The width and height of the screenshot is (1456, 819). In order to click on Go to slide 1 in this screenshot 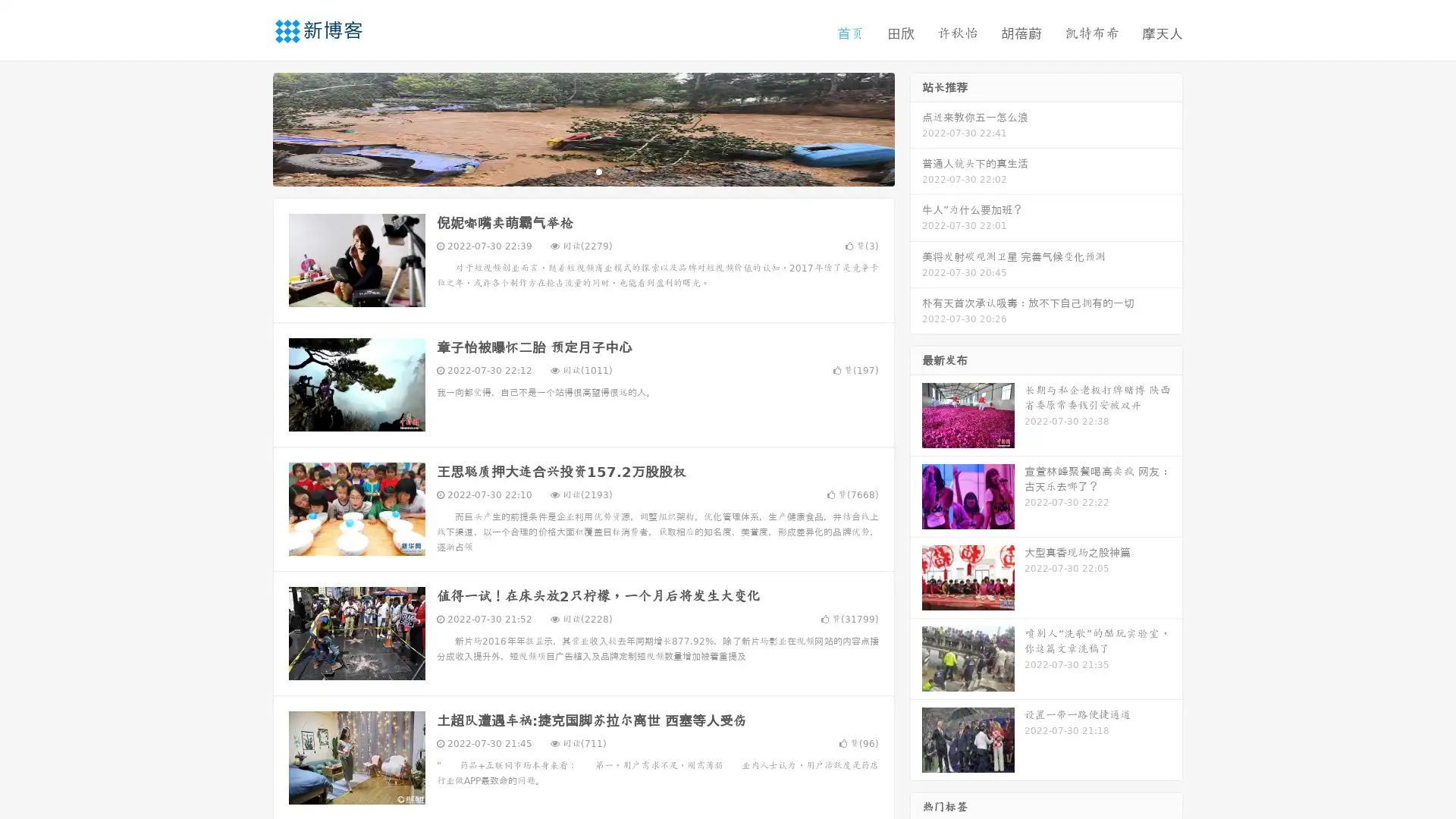, I will do `click(567, 171)`.